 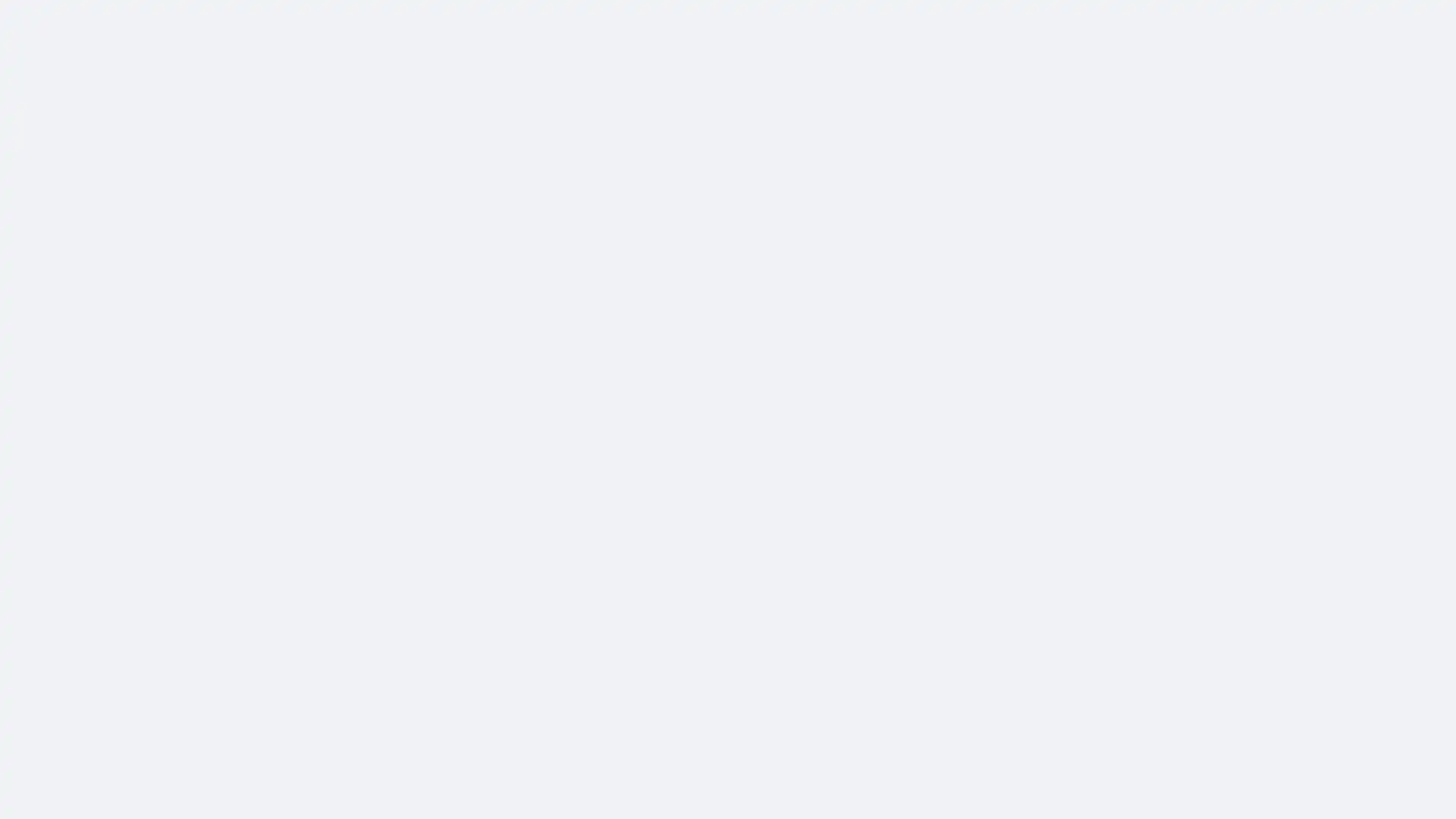 What do you see at coordinates (870, 730) in the screenshot?
I see `Comment` at bounding box center [870, 730].